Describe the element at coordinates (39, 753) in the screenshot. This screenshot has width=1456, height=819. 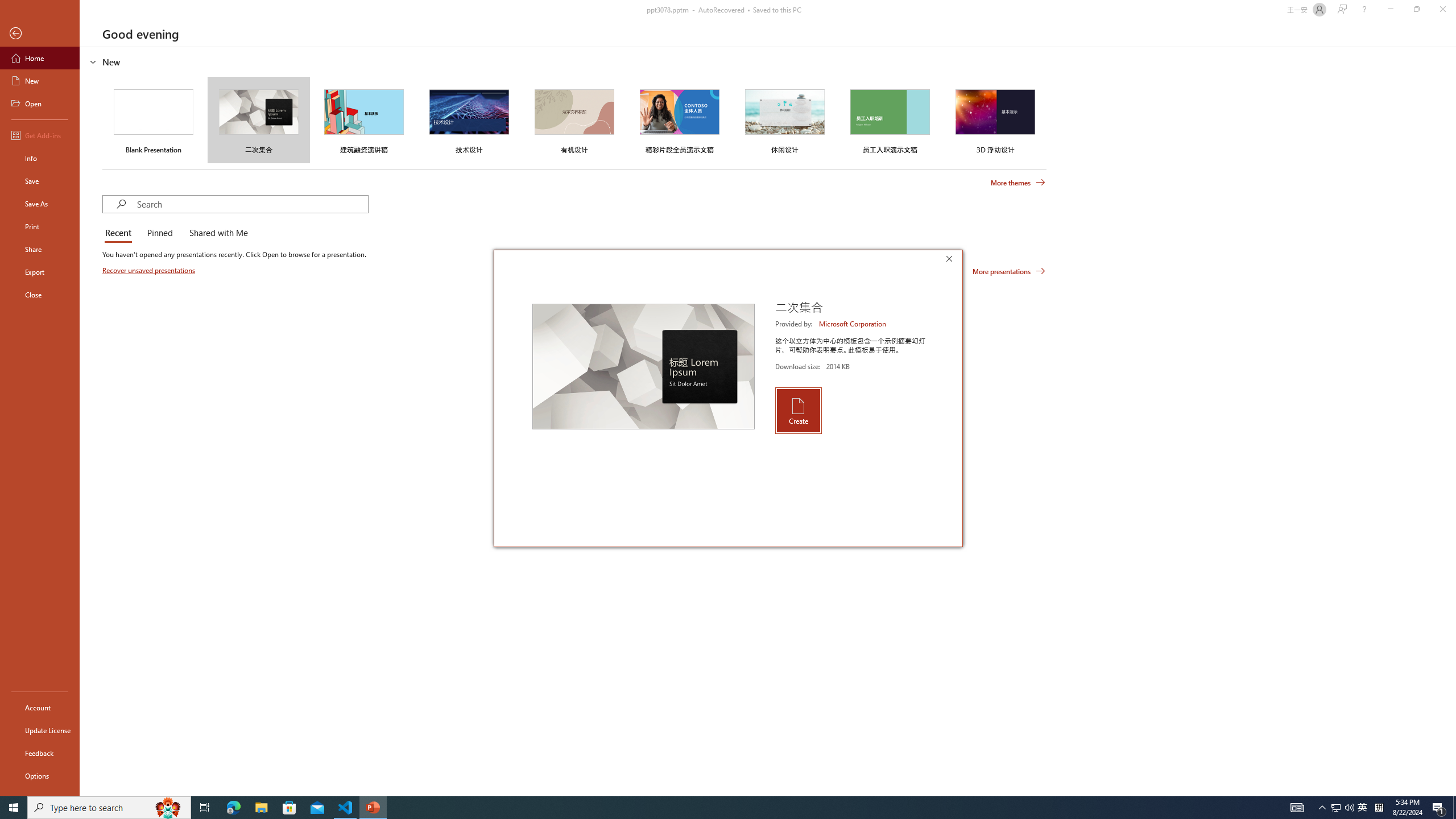
I see `'Feedback'` at that location.